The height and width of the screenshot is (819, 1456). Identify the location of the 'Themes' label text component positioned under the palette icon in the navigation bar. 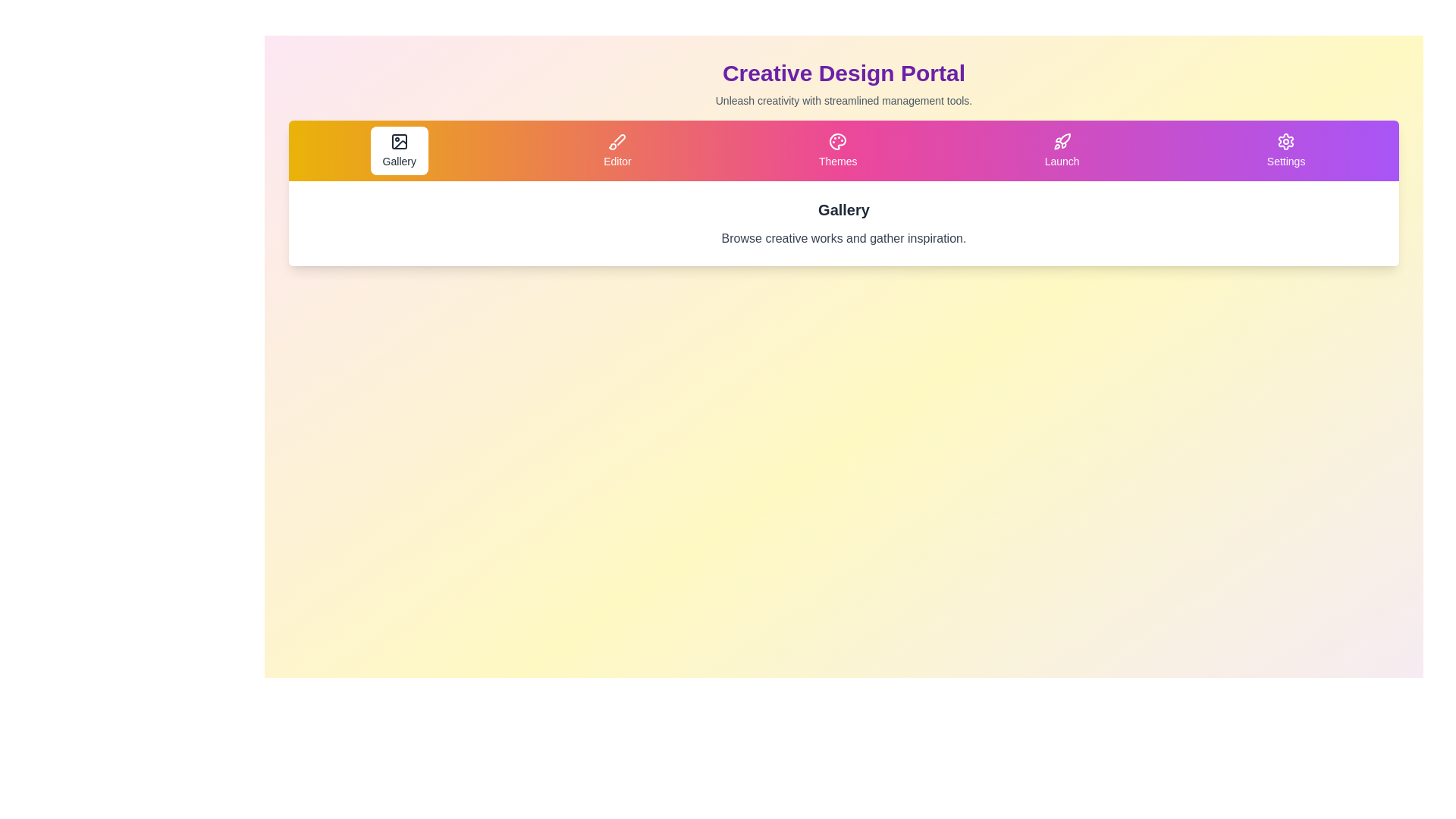
(837, 161).